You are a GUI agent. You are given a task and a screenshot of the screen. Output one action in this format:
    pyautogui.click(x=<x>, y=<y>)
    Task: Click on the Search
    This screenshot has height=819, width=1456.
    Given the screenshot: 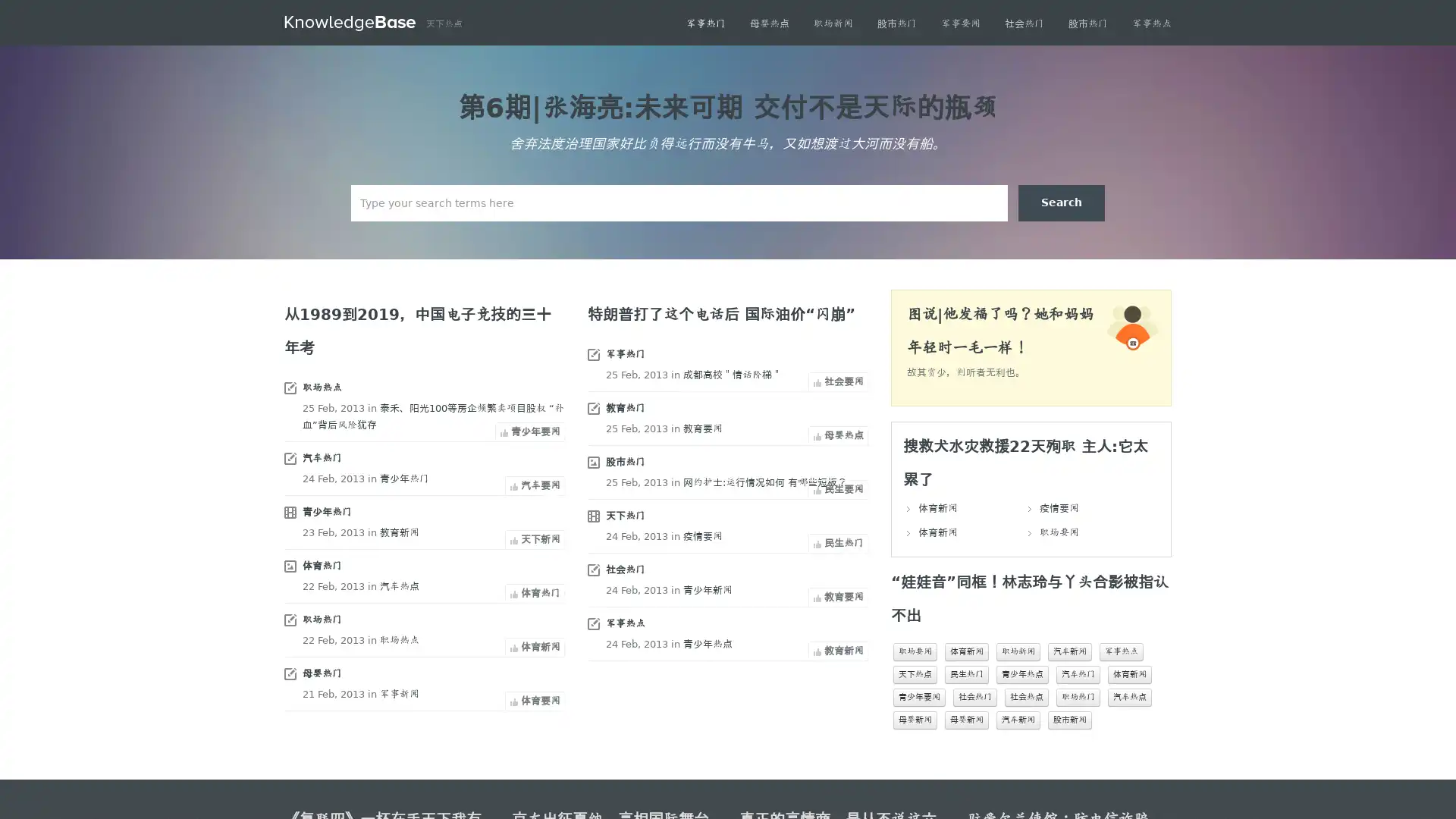 What is the action you would take?
    pyautogui.click(x=1061, y=202)
    